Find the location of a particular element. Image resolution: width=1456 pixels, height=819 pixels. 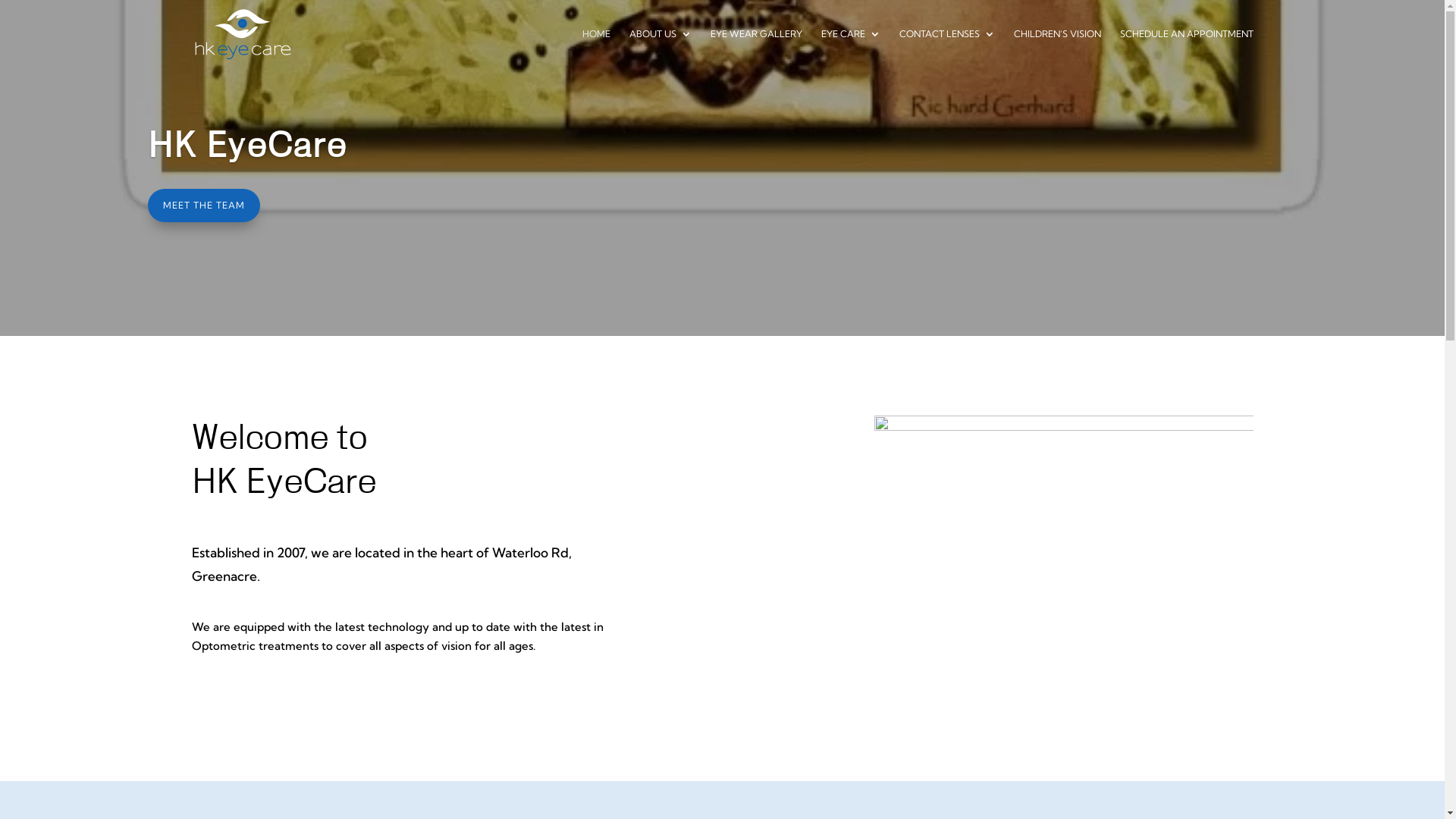

'CONTACT LENSES' is located at coordinates (899, 48).